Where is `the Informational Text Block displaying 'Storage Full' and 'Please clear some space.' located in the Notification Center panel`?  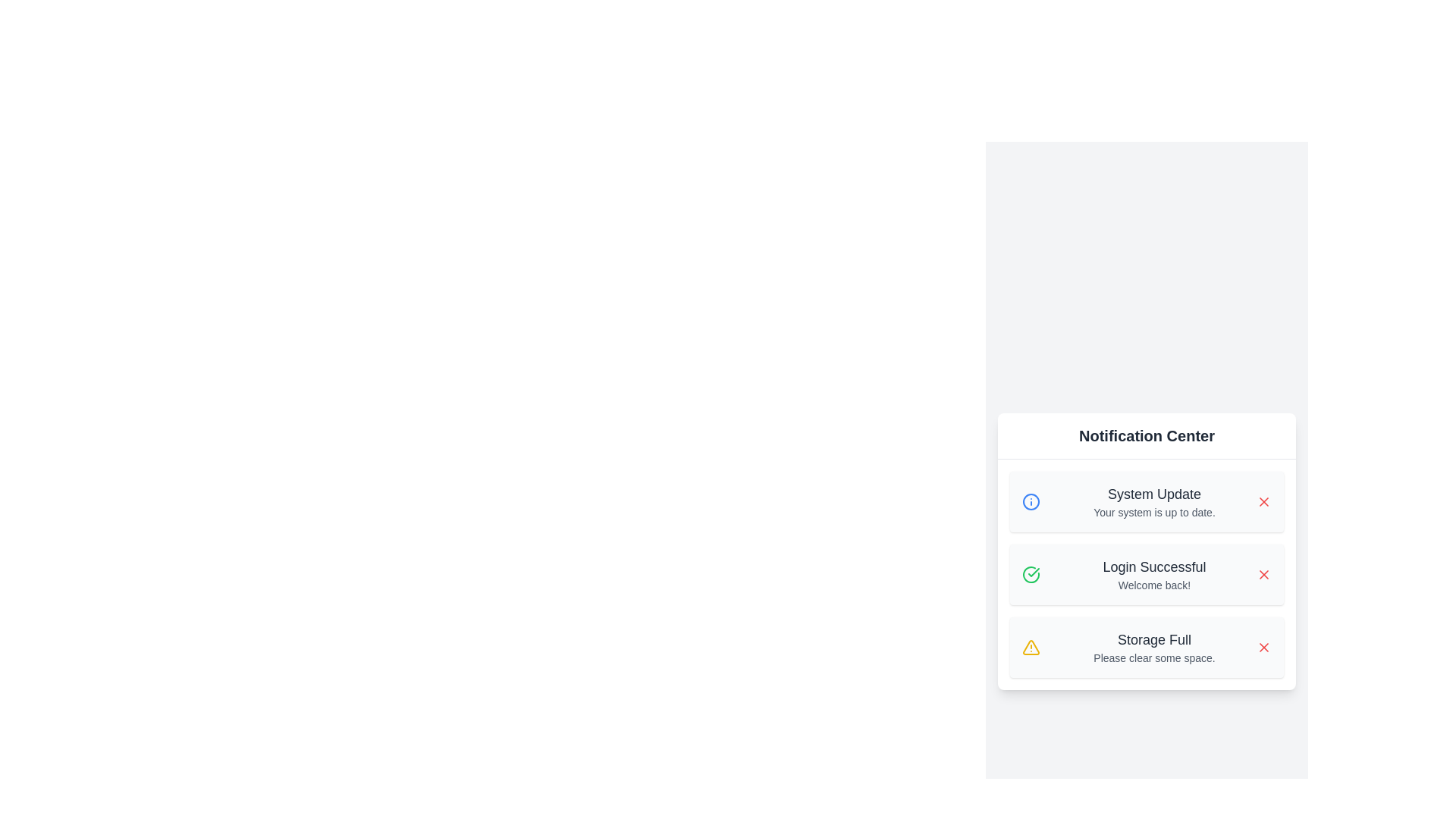
the Informational Text Block displaying 'Storage Full' and 'Please clear some space.' located in the Notification Center panel is located at coordinates (1153, 647).